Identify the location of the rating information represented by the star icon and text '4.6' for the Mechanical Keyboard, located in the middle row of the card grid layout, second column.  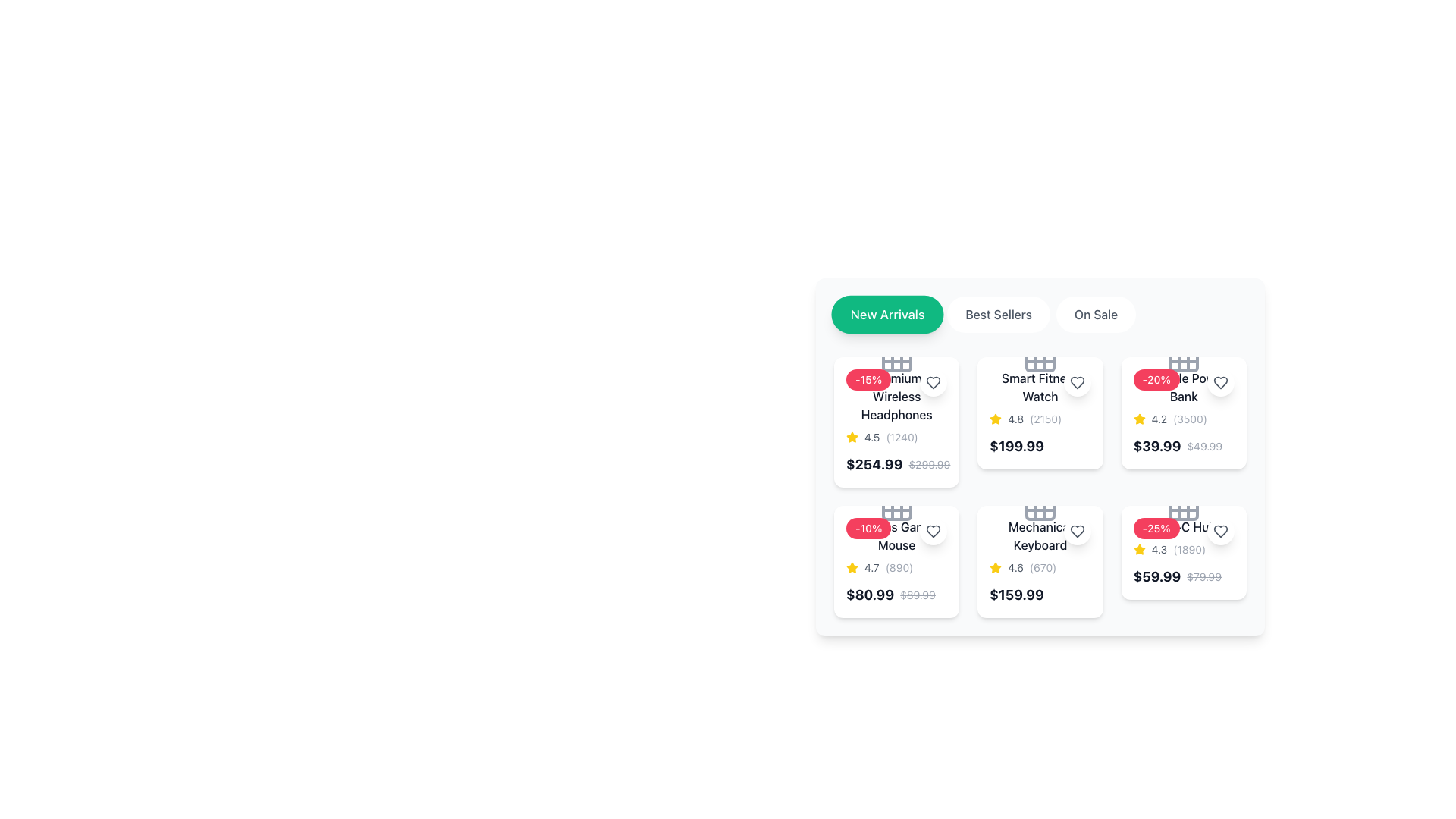
(1040, 567).